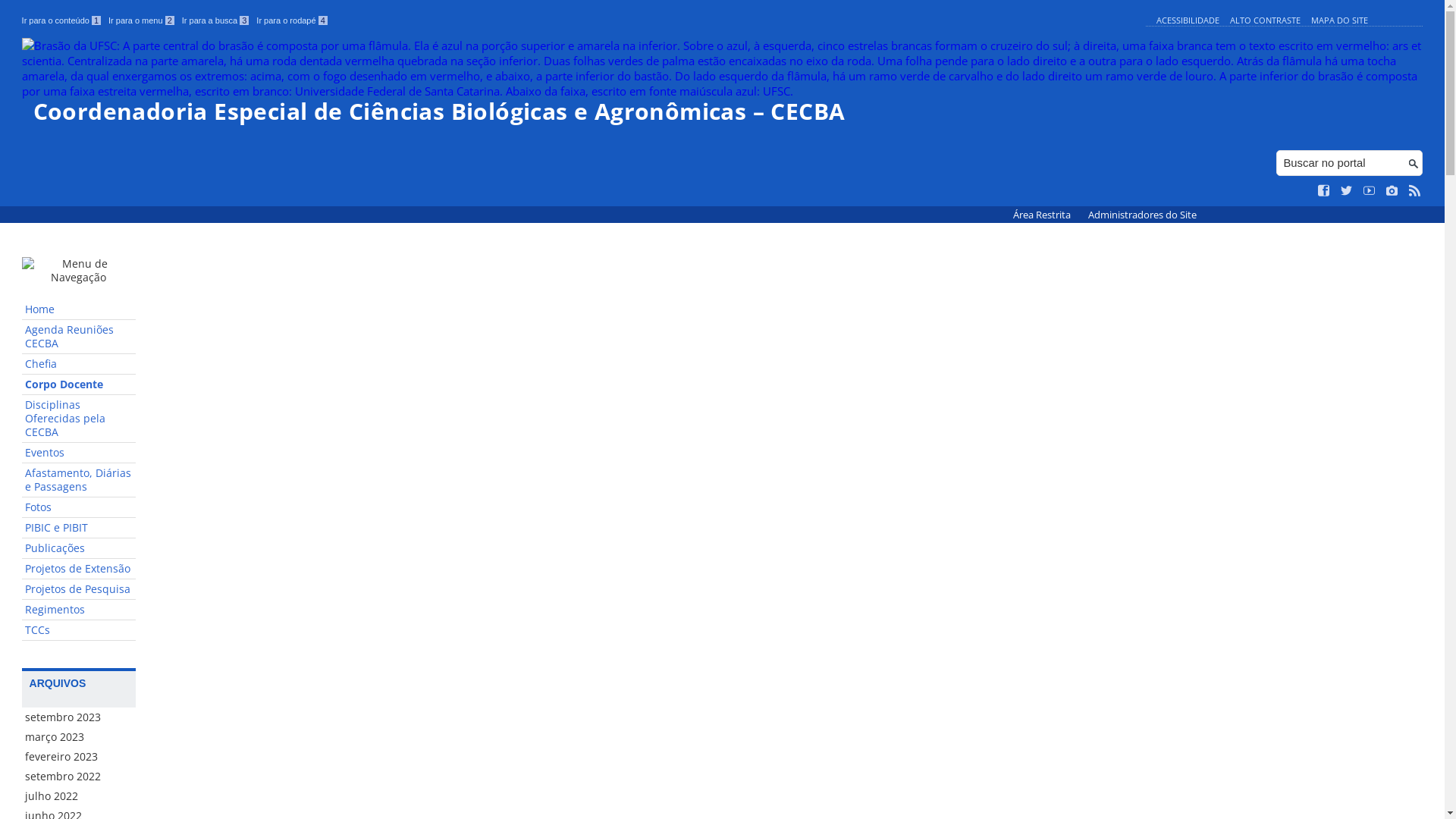 This screenshot has width=1456, height=819. I want to click on 'ALTO CONTRASTE', so click(1265, 20).